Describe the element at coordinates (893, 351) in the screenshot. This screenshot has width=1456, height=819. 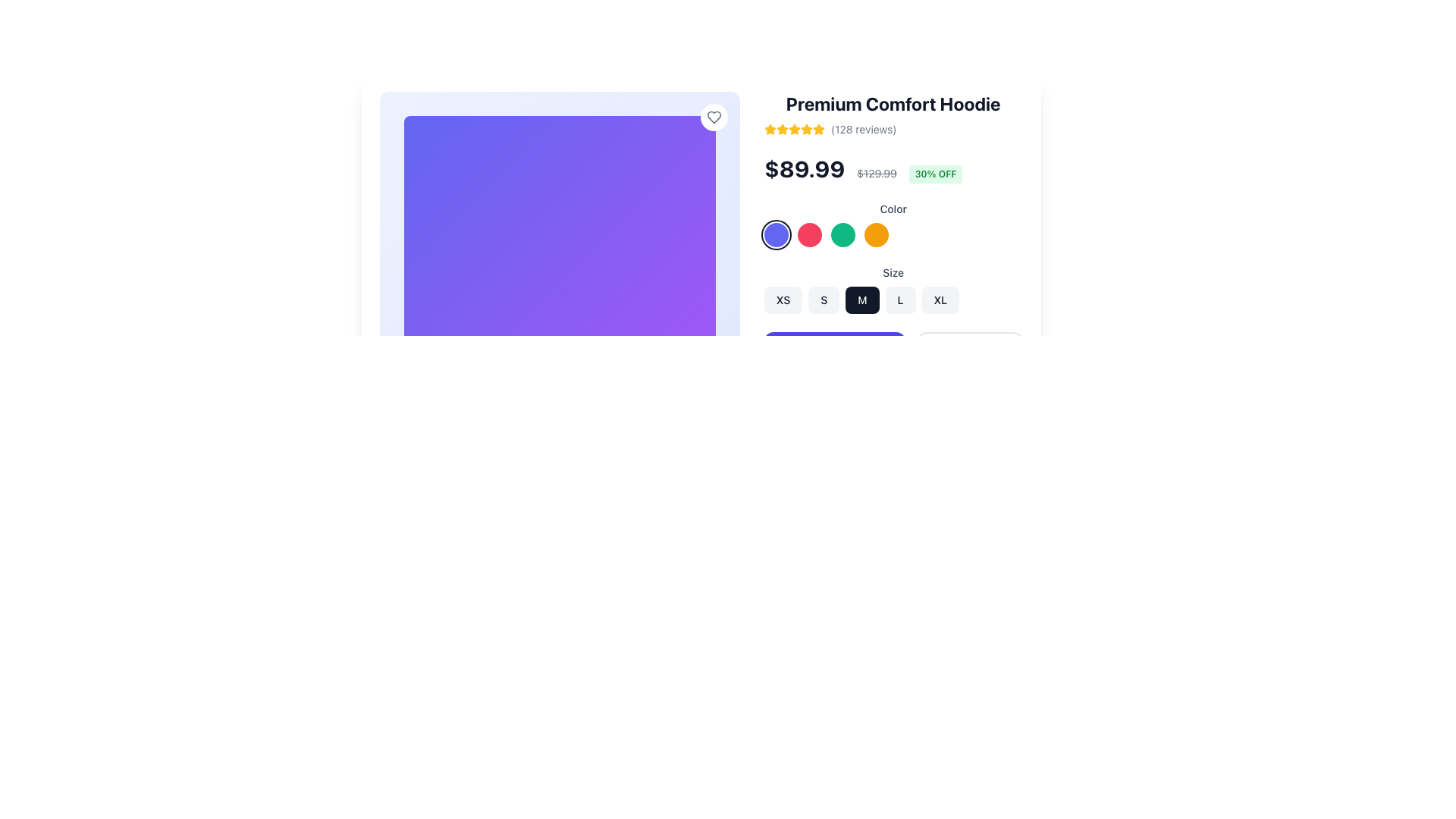
I see `the composite element containing the add to cart and preview buttons to provide visual feedback` at that location.